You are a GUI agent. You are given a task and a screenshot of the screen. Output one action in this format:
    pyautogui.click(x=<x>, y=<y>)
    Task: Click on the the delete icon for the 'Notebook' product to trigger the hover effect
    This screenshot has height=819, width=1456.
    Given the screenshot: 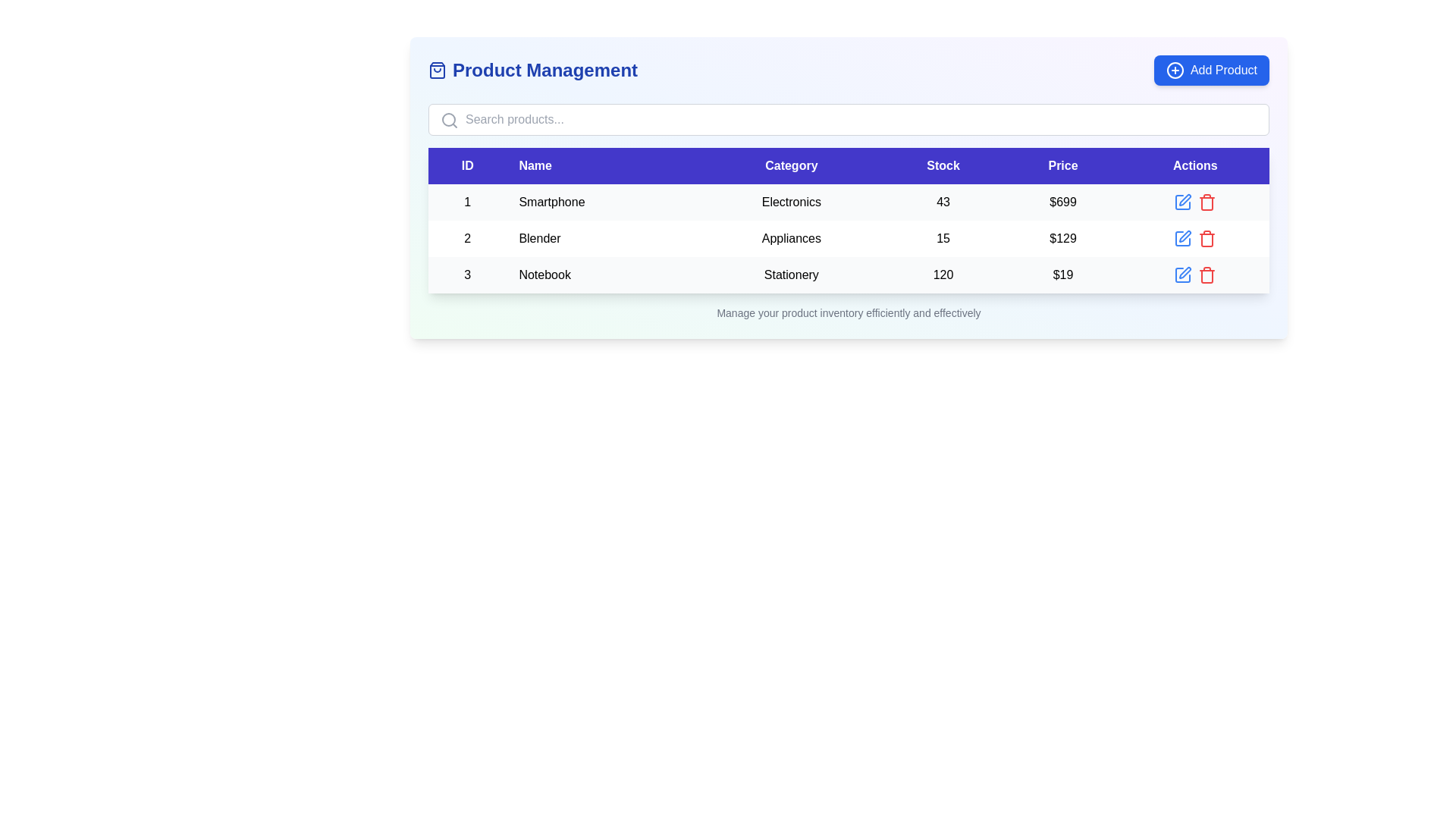 What is the action you would take?
    pyautogui.click(x=1207, y=201)
    